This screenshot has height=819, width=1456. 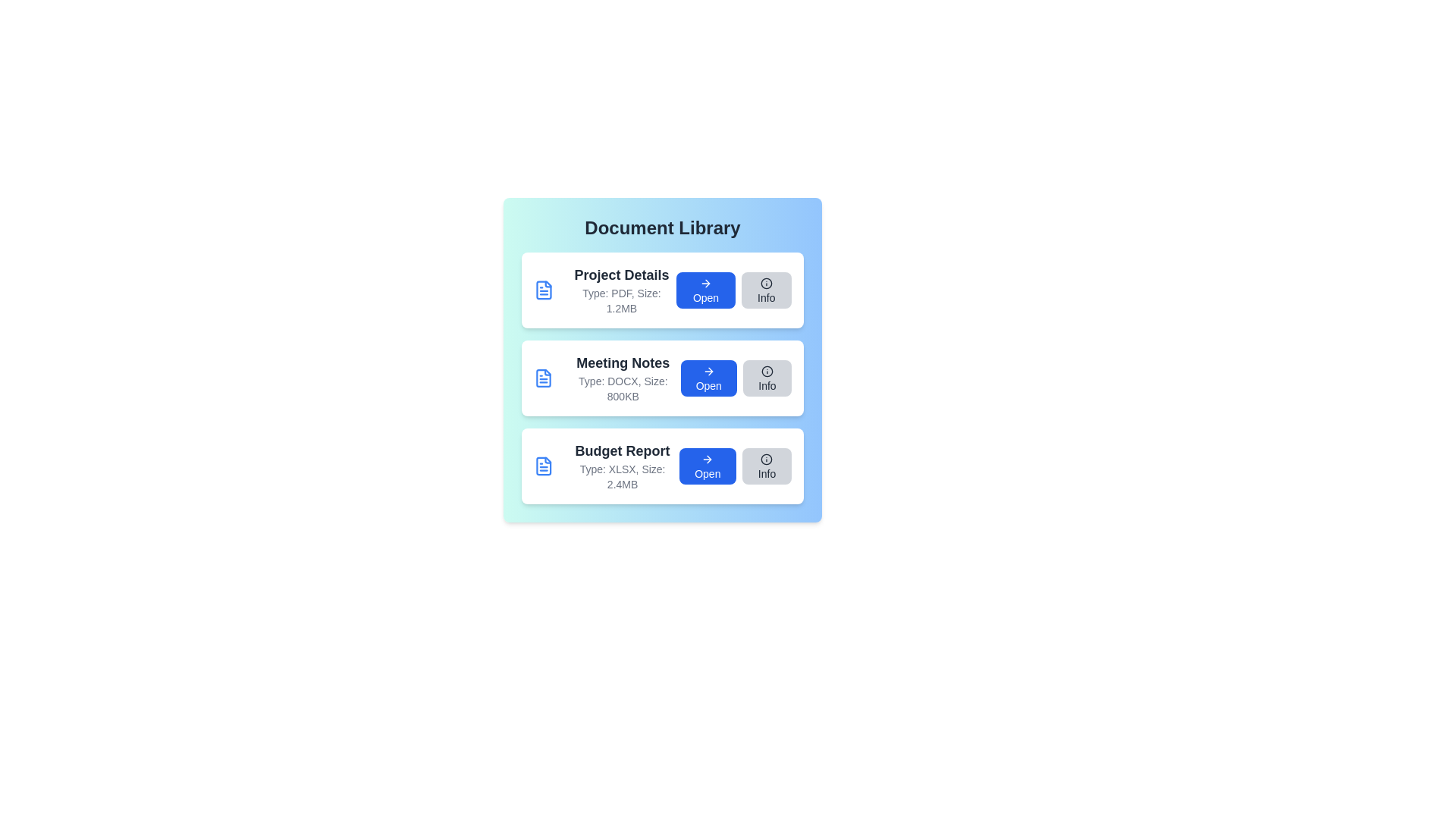 I want to click on the document card corresponding to Budget Report, so click(x=662, y=465).